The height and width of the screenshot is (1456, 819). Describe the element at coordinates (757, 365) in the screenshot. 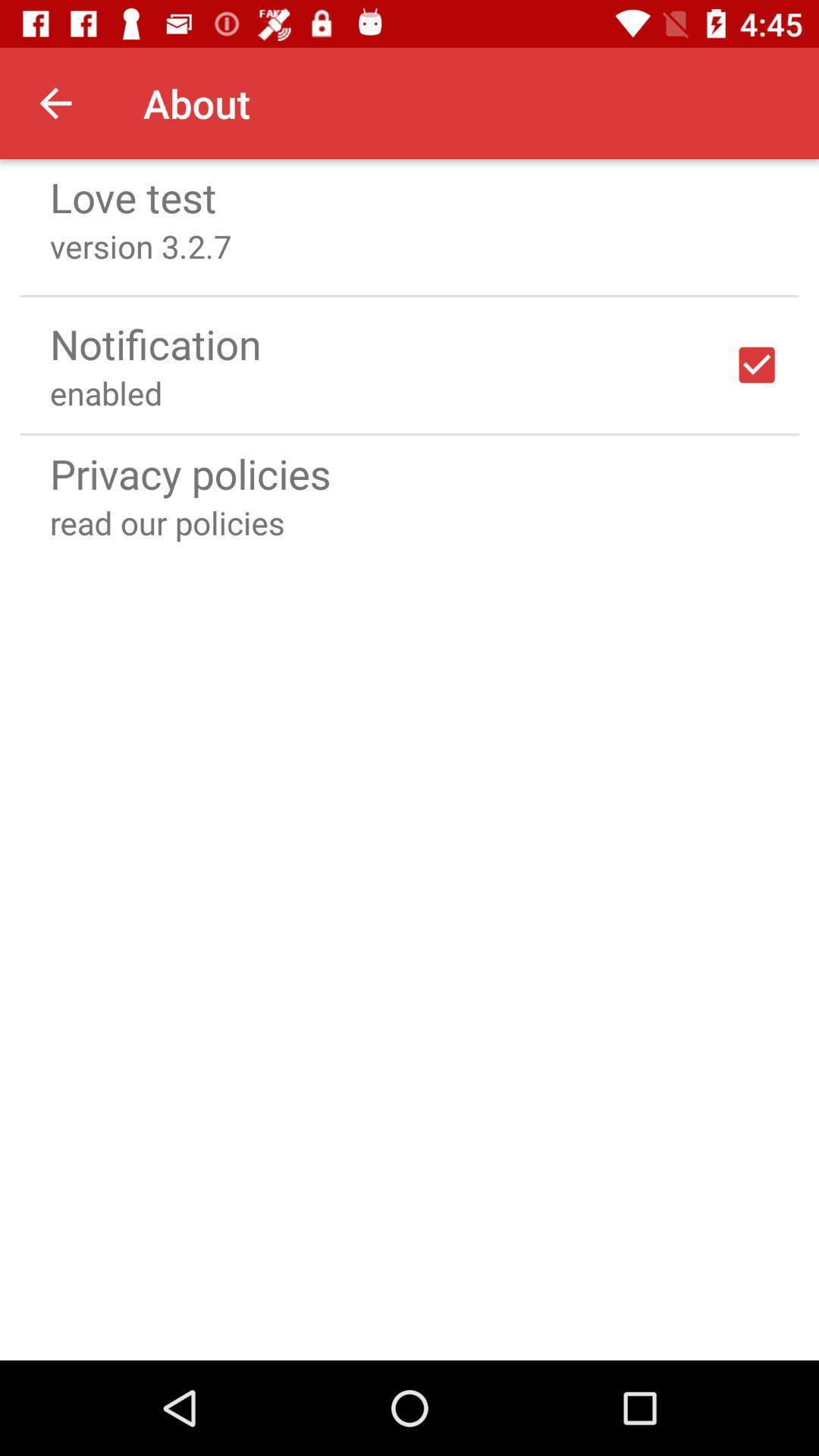

I see `notifications` at that location.